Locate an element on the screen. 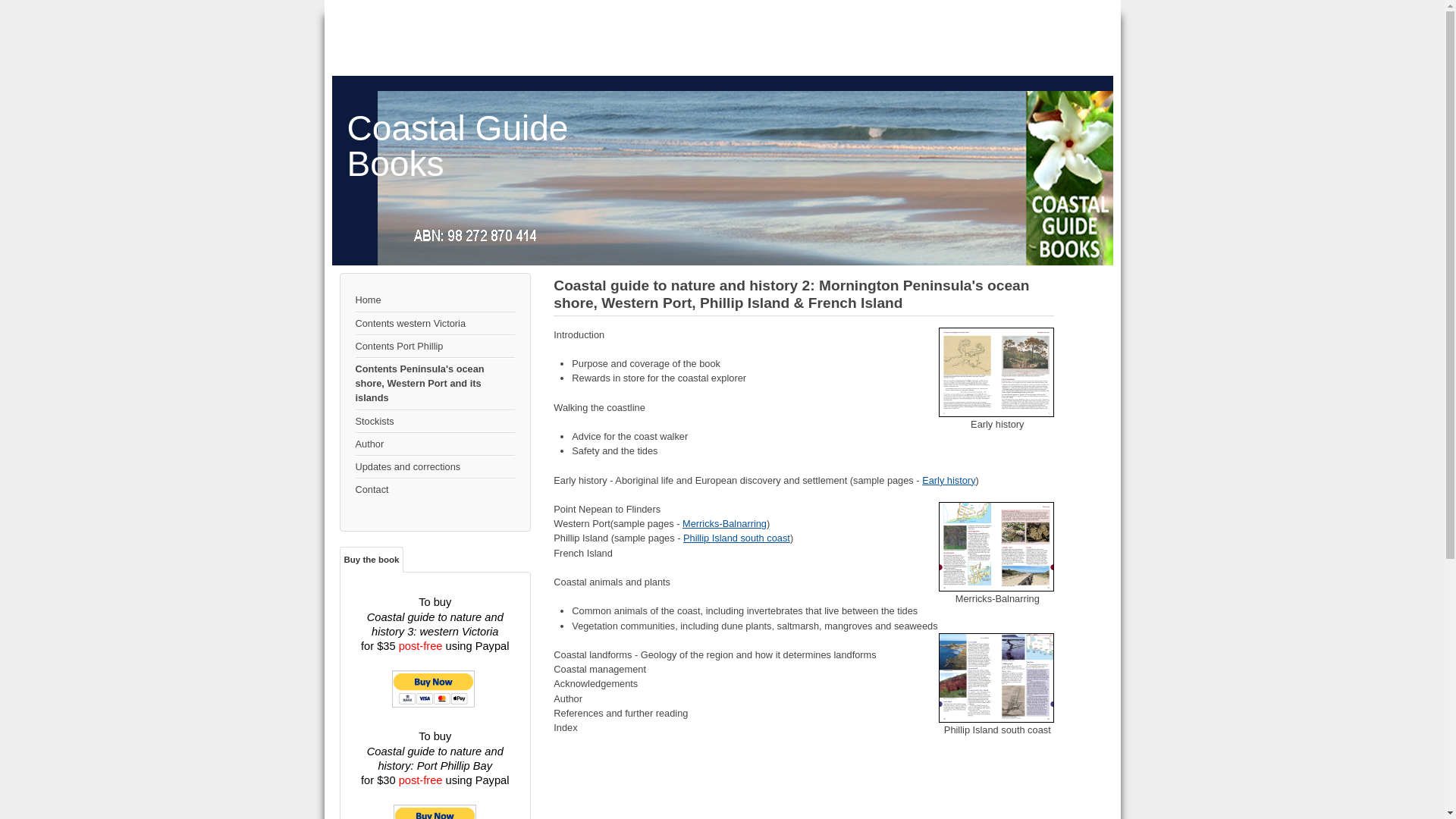 The image size is (1456, 819). 'Stockists' is located at coordinates (434, 421).